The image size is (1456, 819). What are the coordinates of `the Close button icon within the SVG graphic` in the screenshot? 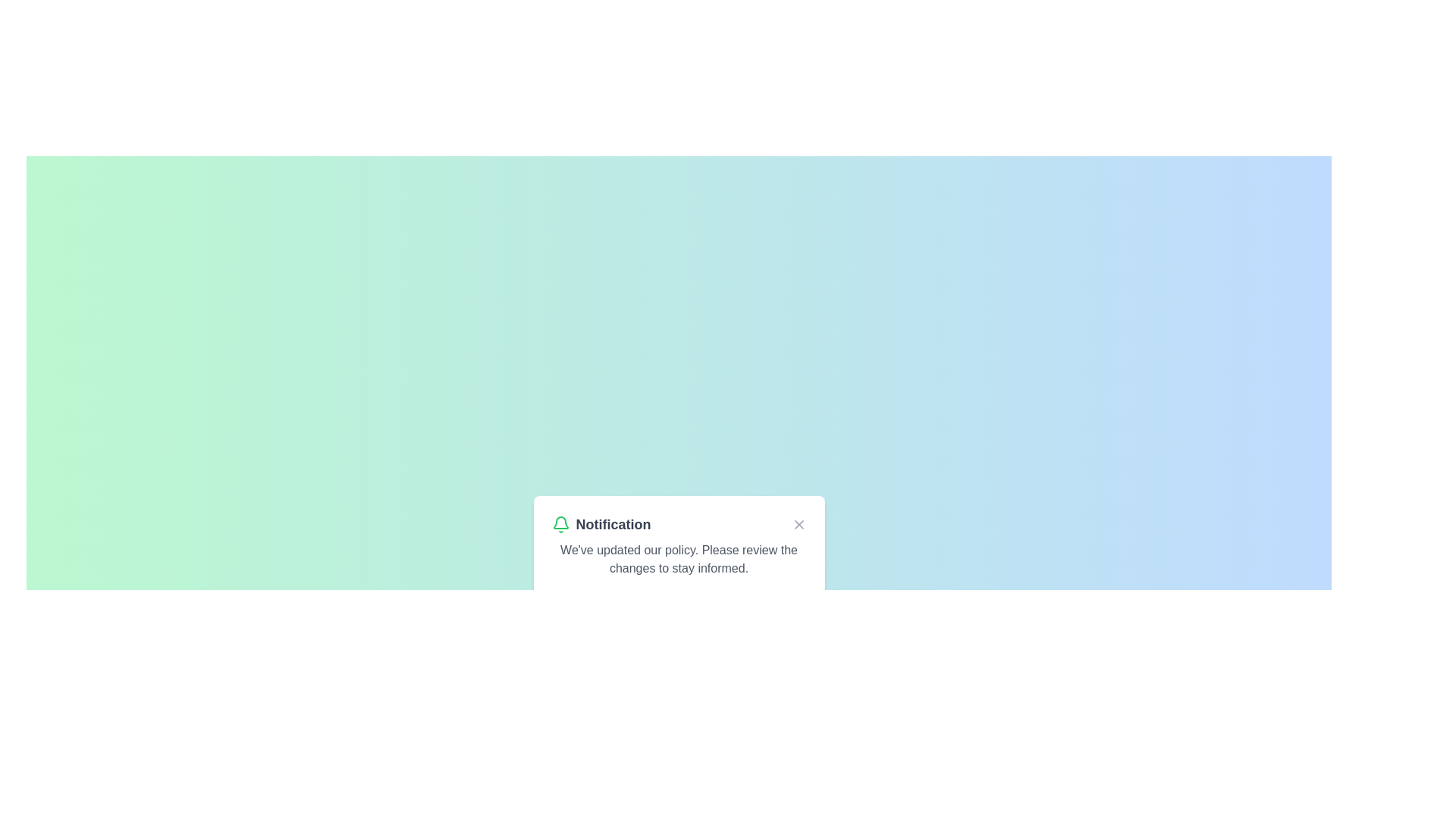 It's located at (798, 523).